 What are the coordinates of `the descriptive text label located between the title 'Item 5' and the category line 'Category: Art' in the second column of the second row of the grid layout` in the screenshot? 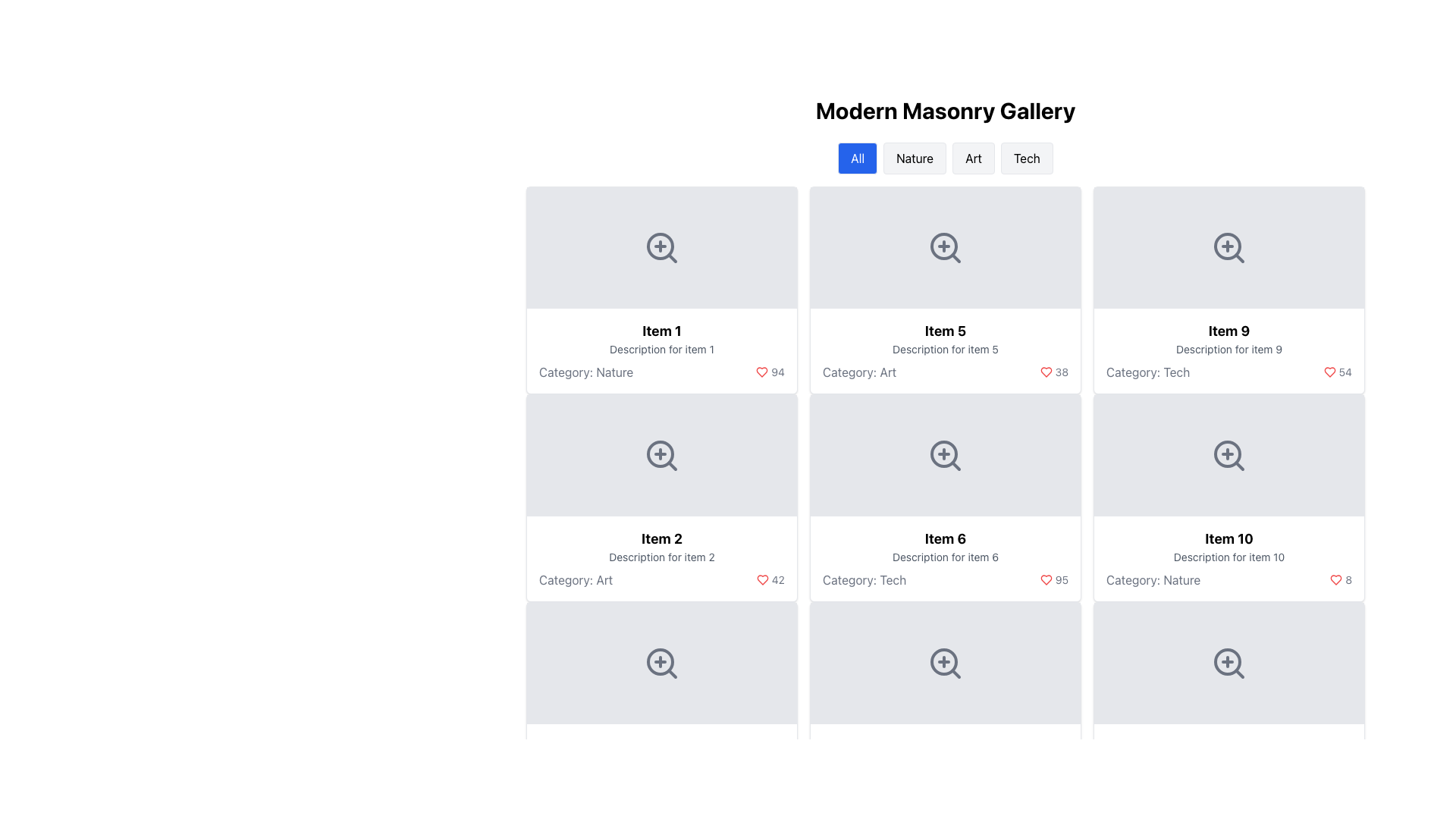 It's located at (945, 350).